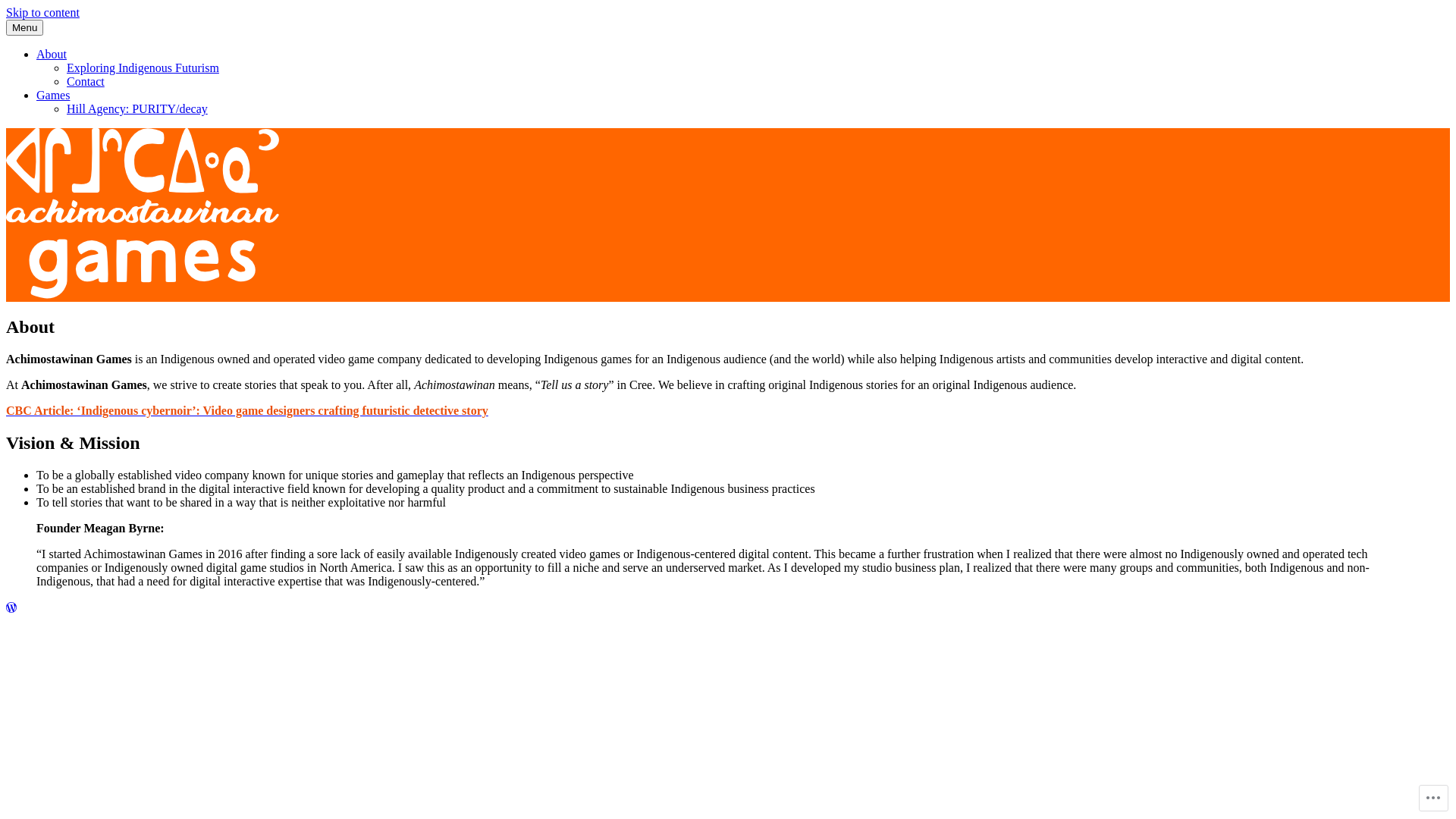  What do you see at coordinates (11, 607) in the screenshot?
I see `'Create a website or blog at WordPress.com'` at bounding box center [11, 607].